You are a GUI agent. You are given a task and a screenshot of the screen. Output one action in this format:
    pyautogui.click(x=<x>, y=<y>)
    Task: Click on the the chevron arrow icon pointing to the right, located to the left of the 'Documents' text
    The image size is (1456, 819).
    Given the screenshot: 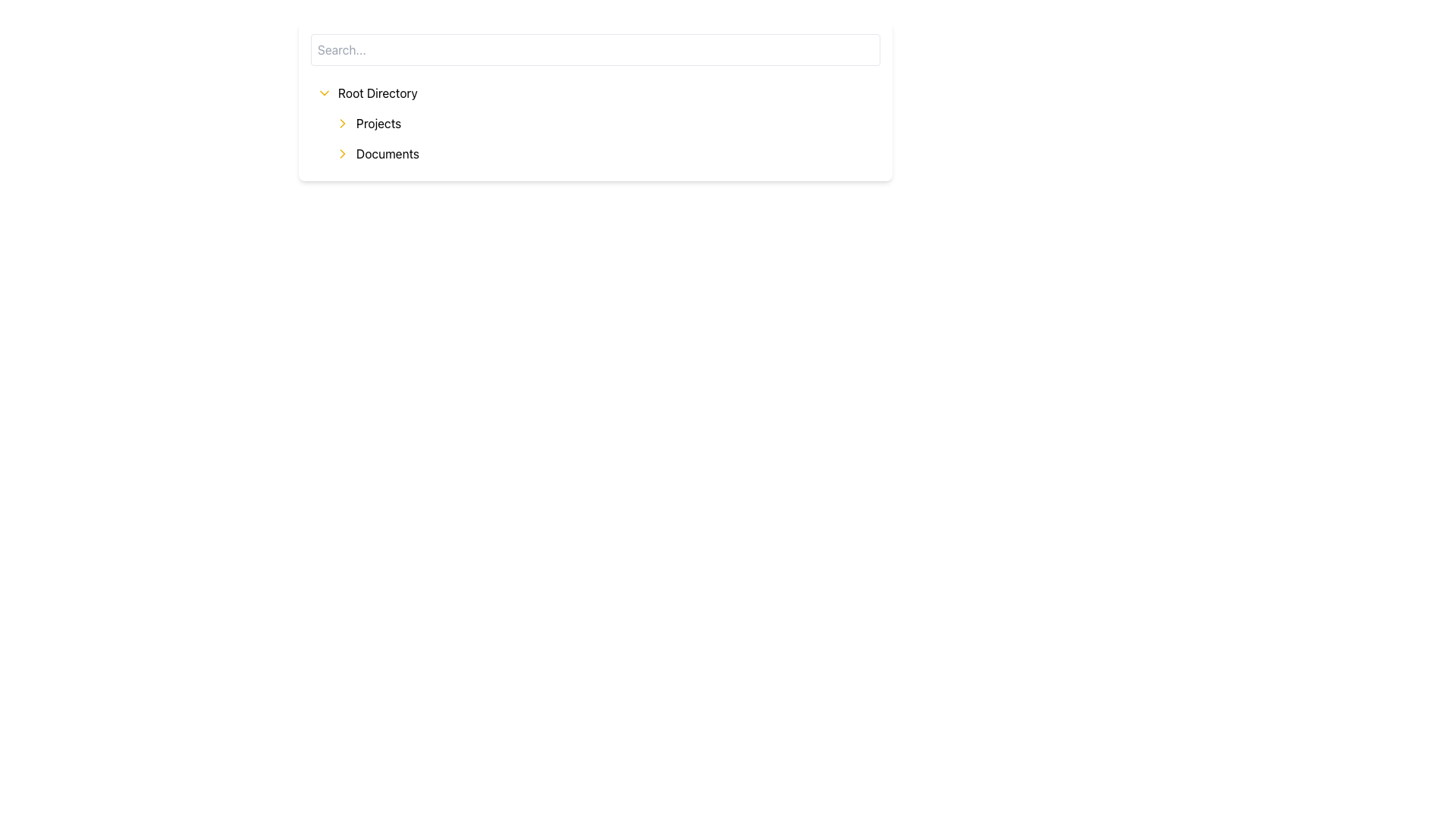 What is the action you would take?
    pyautogui.click(x=341, y=154)
    